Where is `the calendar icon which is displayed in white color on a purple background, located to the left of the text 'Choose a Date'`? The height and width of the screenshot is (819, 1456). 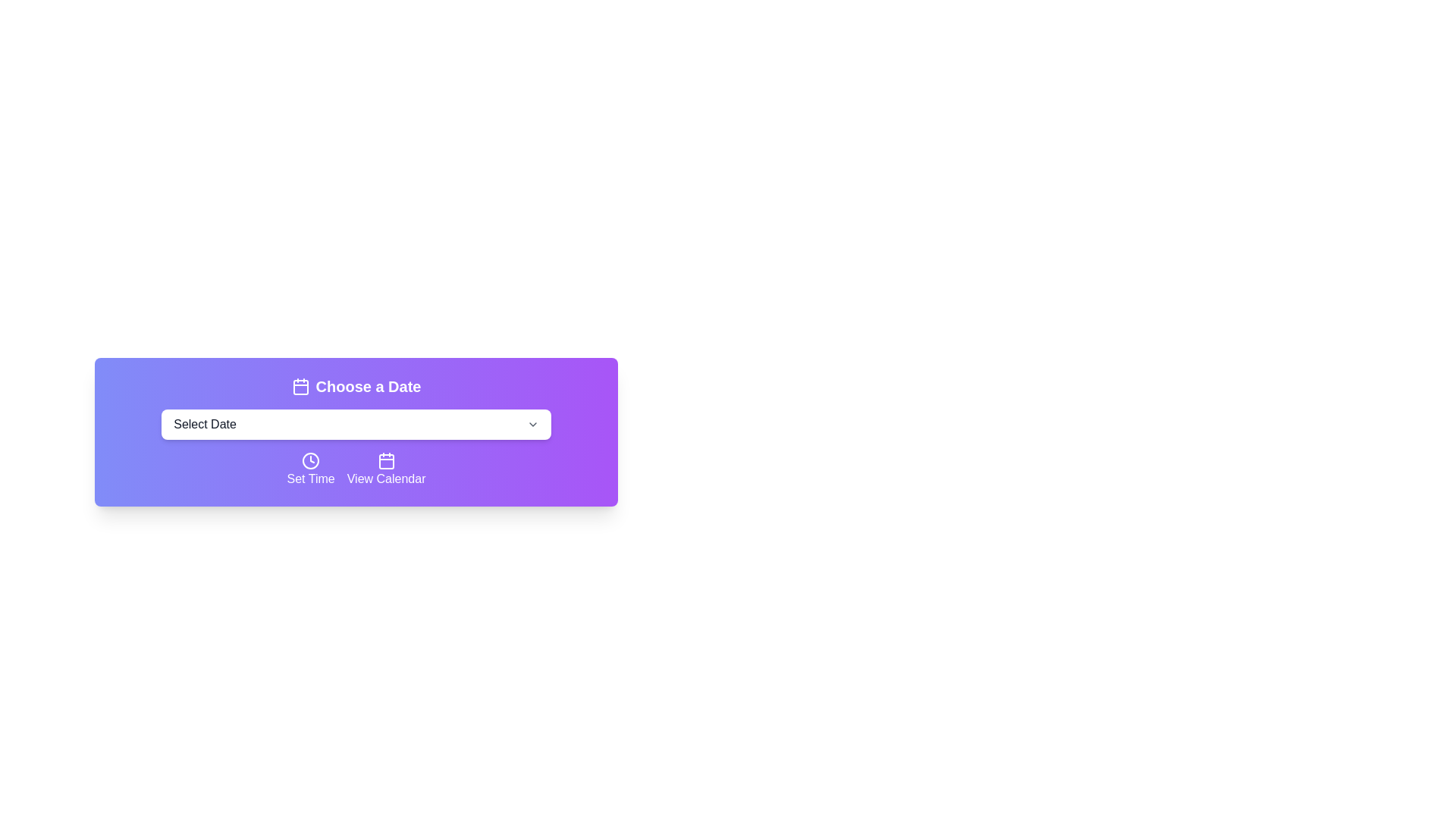
the calendar icon which is displayed in white color on a purple background, located to the left of the text 'Choose a Date' is located at coordinates (300, 385).